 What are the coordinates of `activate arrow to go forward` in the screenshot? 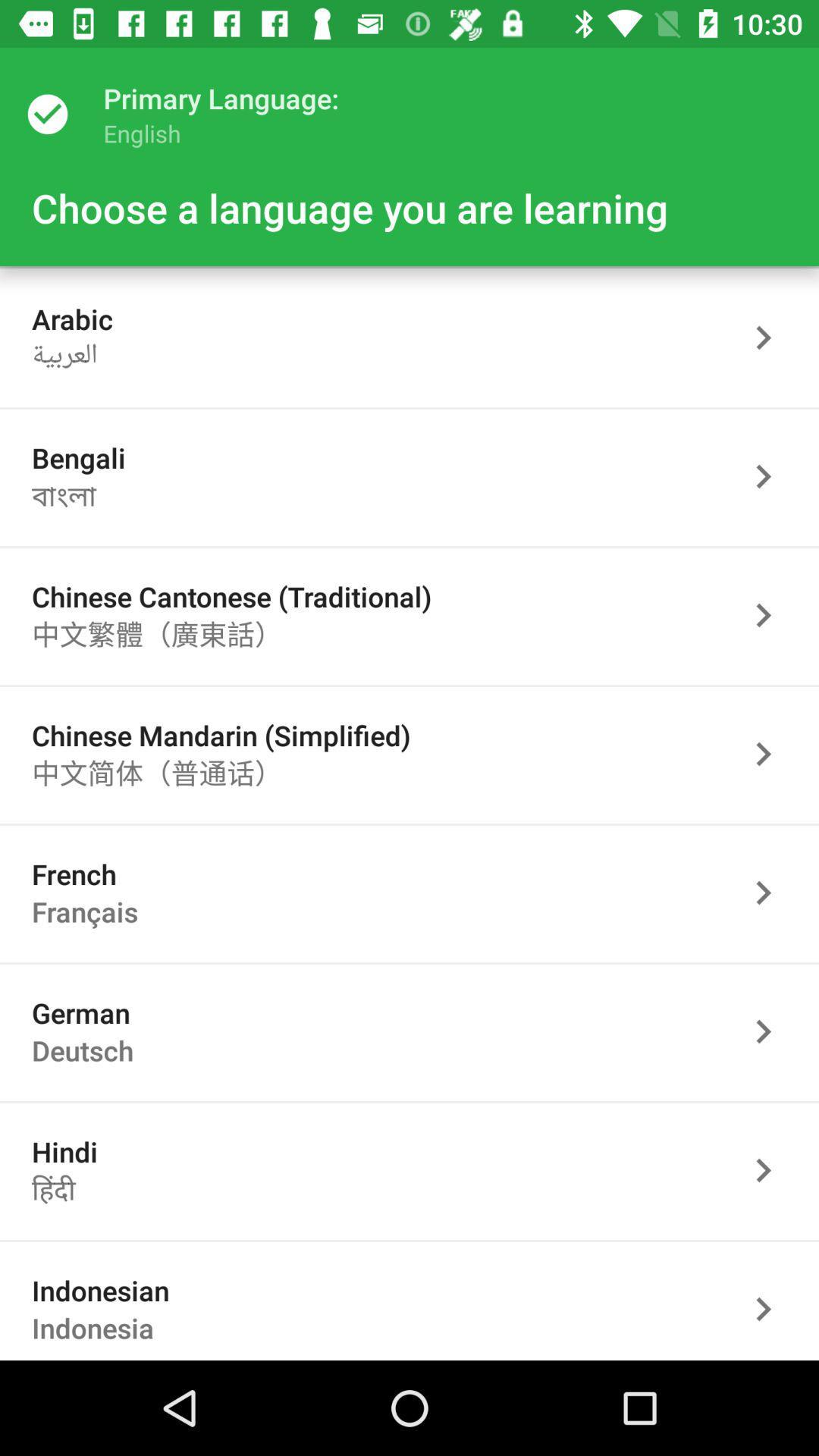 It's located at (771, 615).